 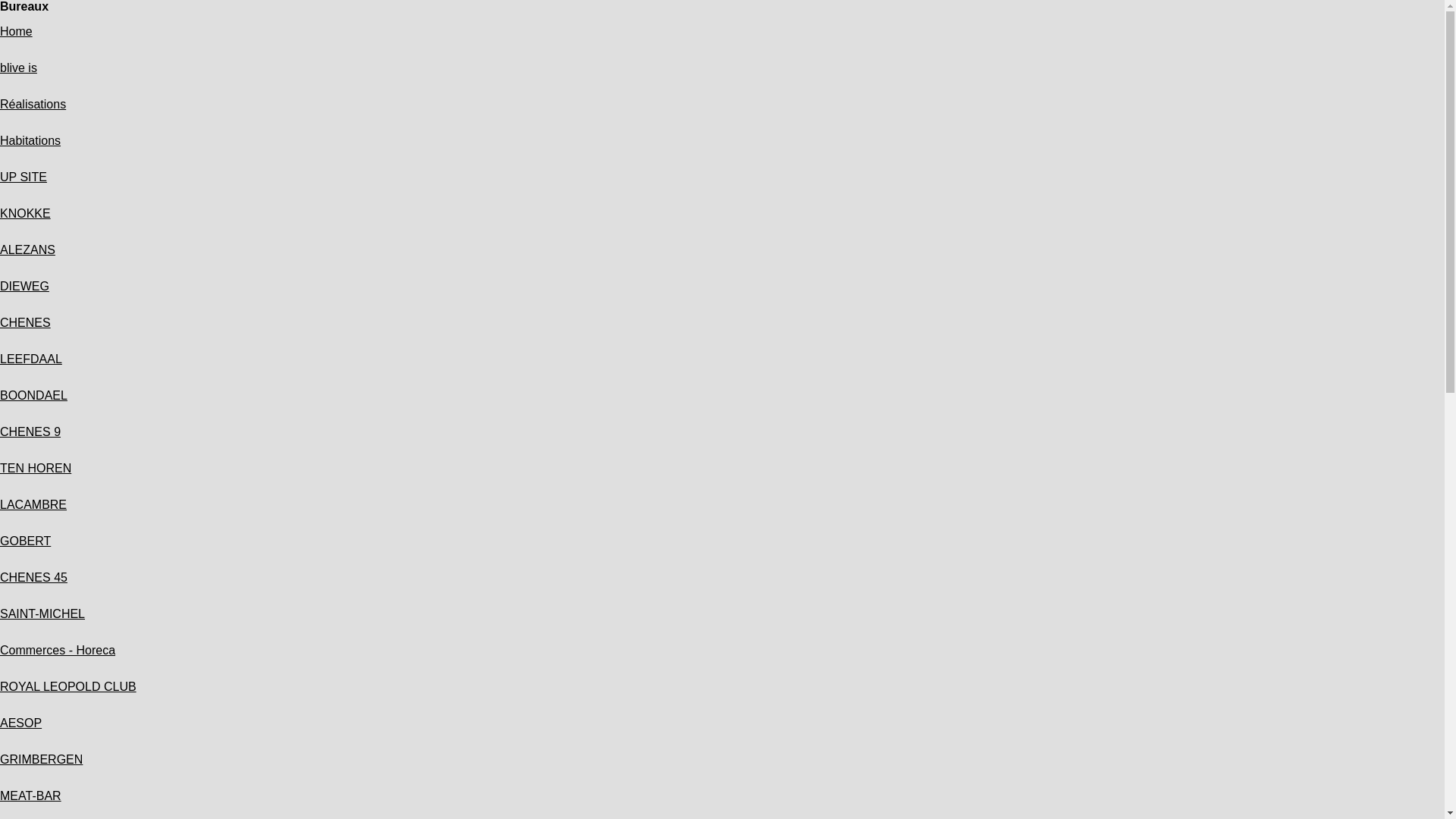 What do you see at coordinates (30, 431) in the screenshot?
I see `'CHENES 9'` at bounding box center [30, 431].